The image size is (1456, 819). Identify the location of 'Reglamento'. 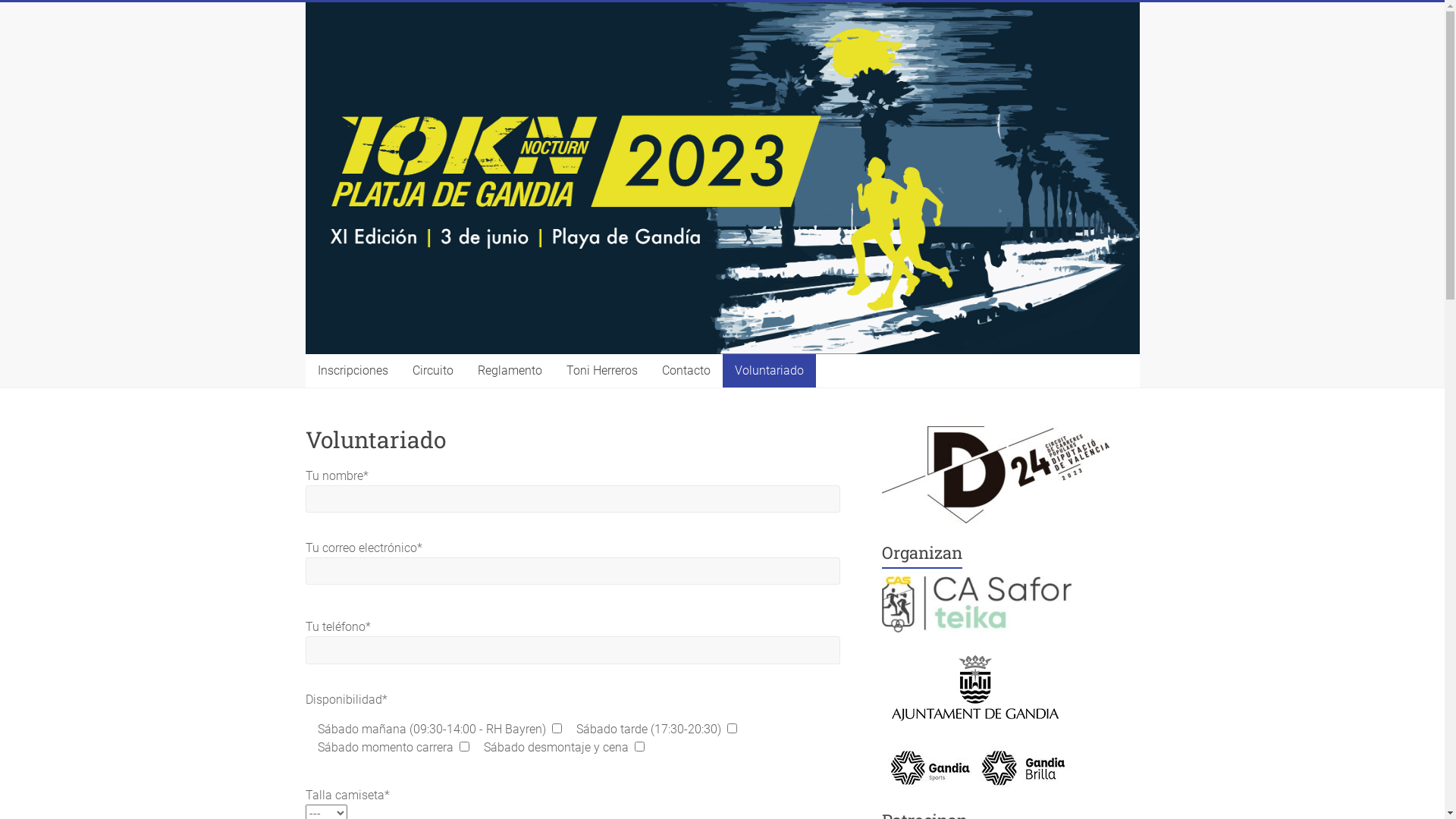
(510, 371).